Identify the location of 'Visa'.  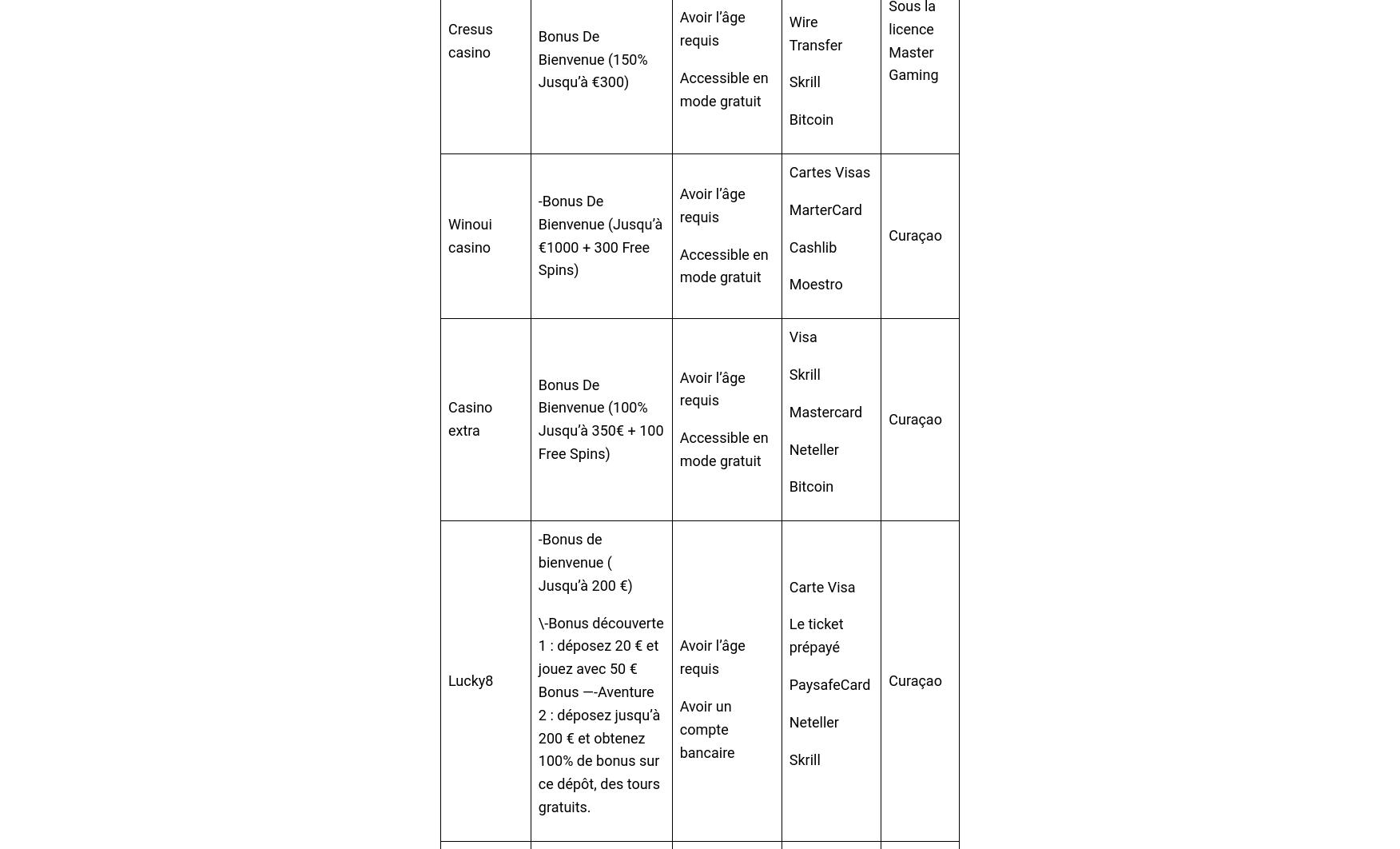
(801, 336).